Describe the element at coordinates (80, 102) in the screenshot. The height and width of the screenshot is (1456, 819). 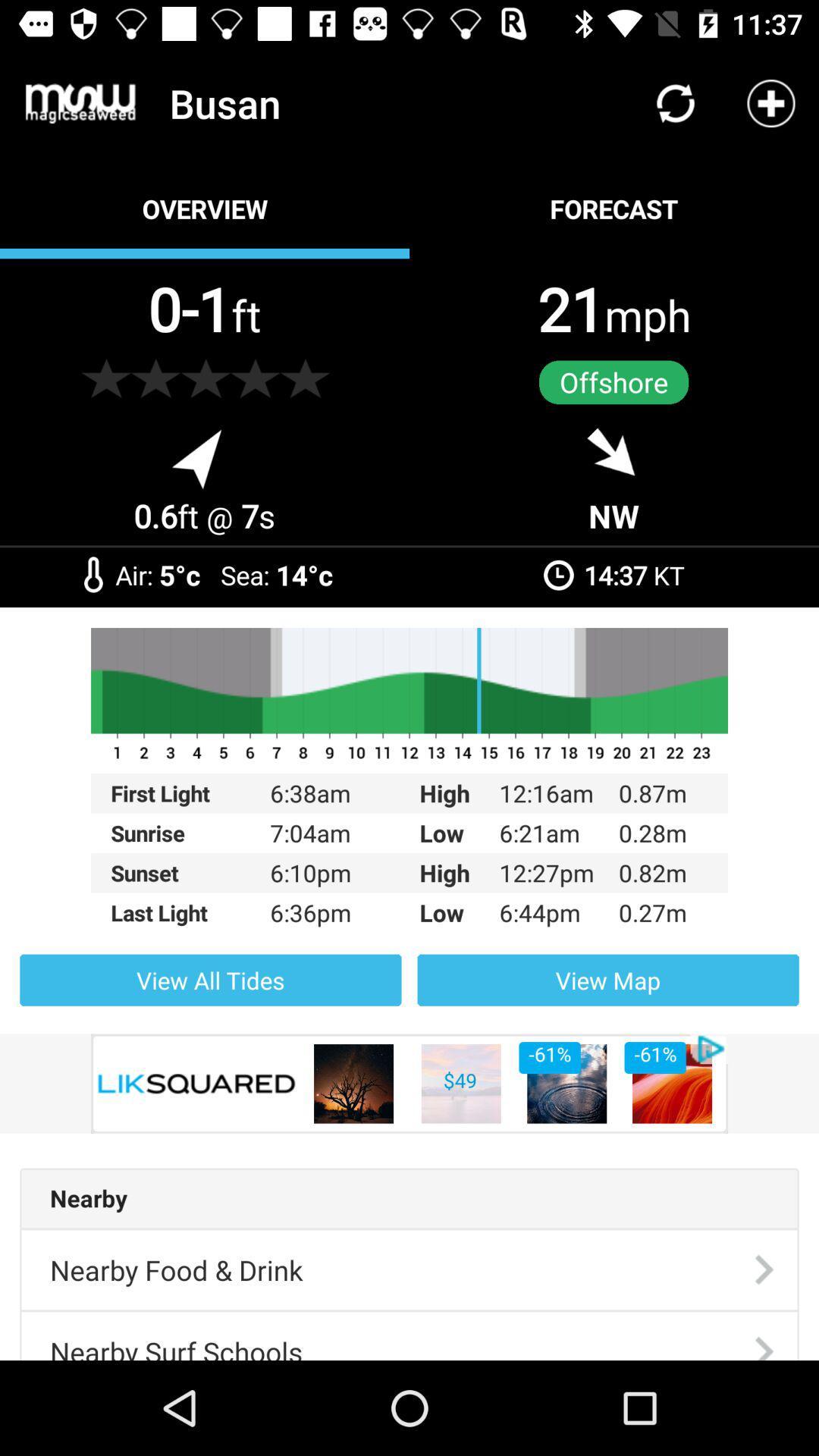
I see `the item next to the busan` at that location.